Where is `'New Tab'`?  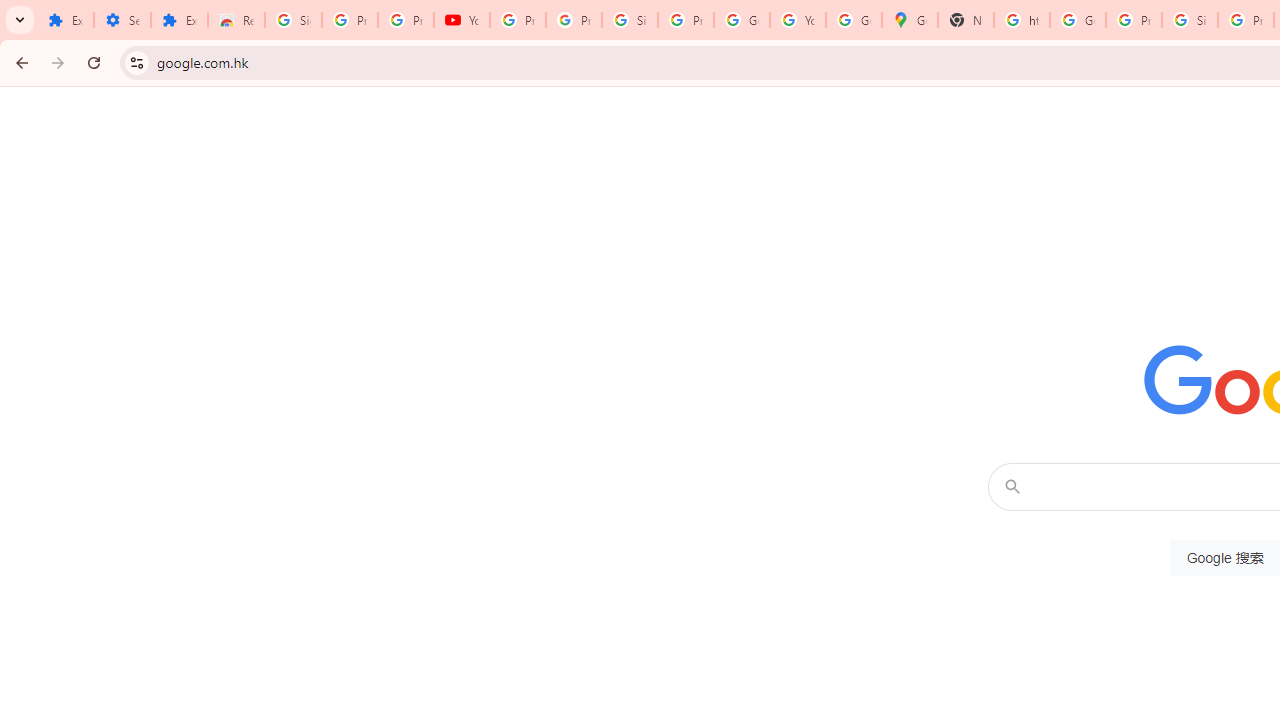
'New Tab' is located at coordinates (966, 20).